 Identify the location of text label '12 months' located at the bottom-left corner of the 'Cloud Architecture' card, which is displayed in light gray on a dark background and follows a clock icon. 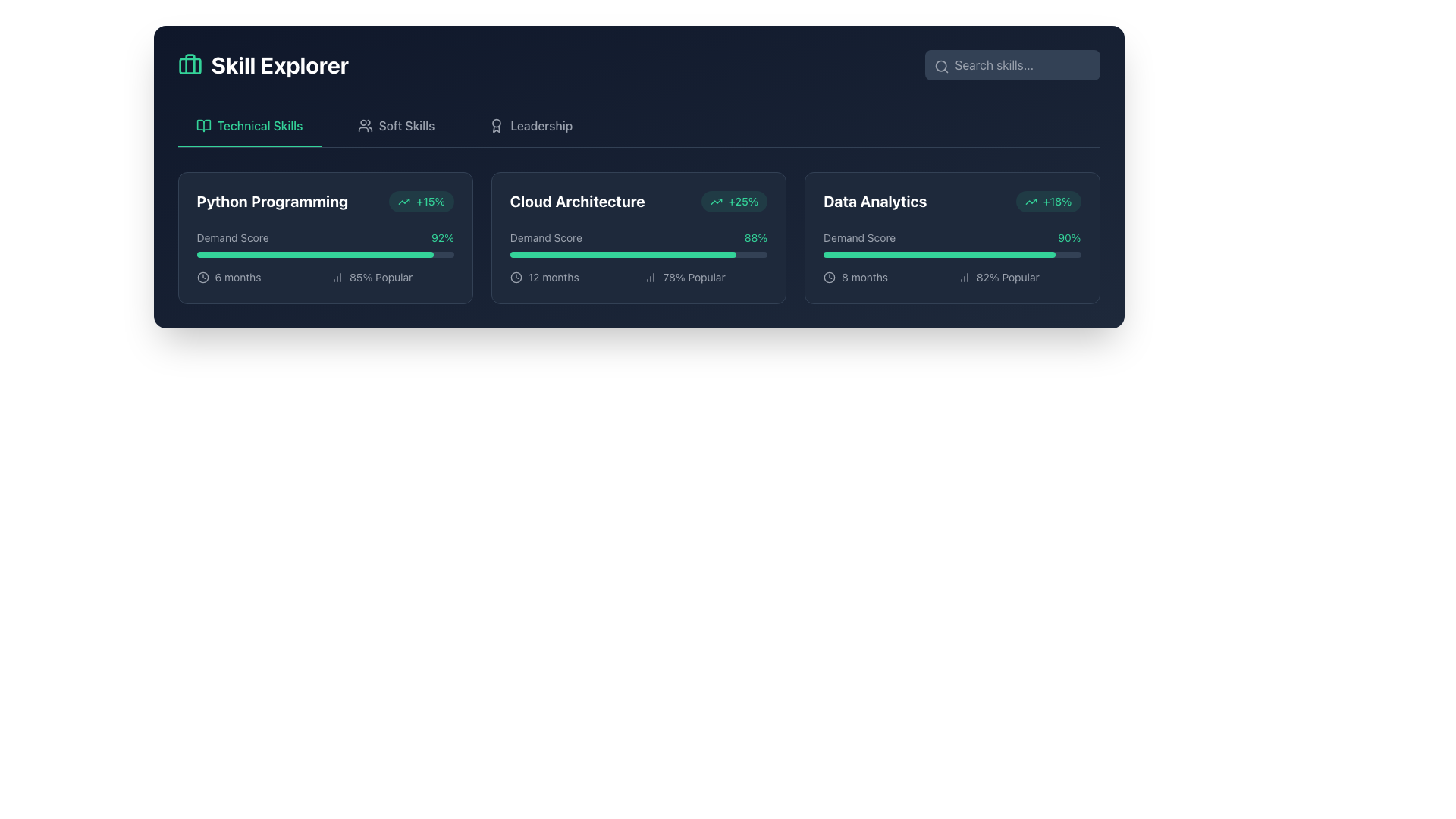
(553, 278).